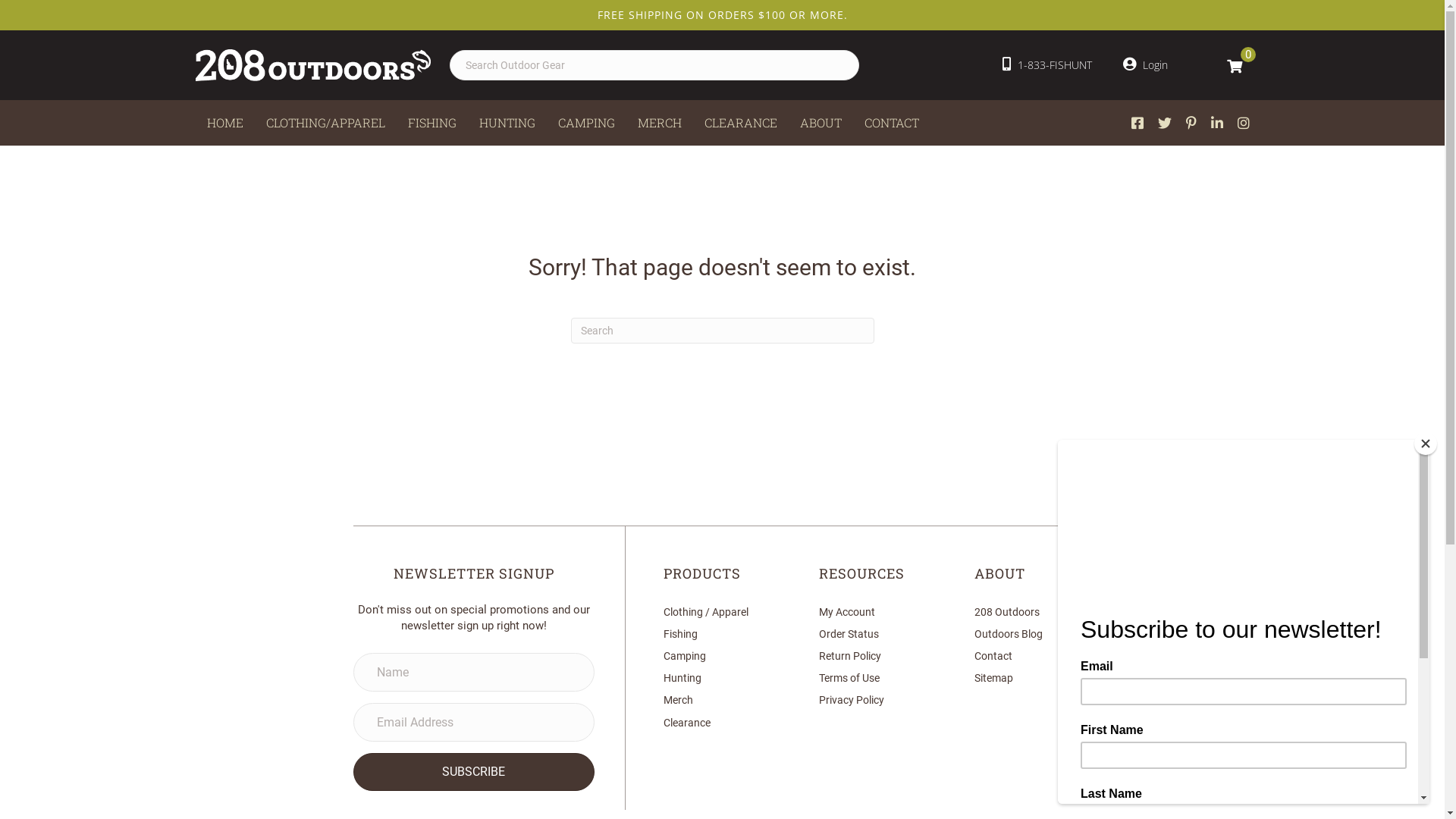 Image resolution: width=1456 pixels, height=819 pixels. Describe the element at coordinates (846, 610) in the screenshot. I see `'My Account'` at that location.